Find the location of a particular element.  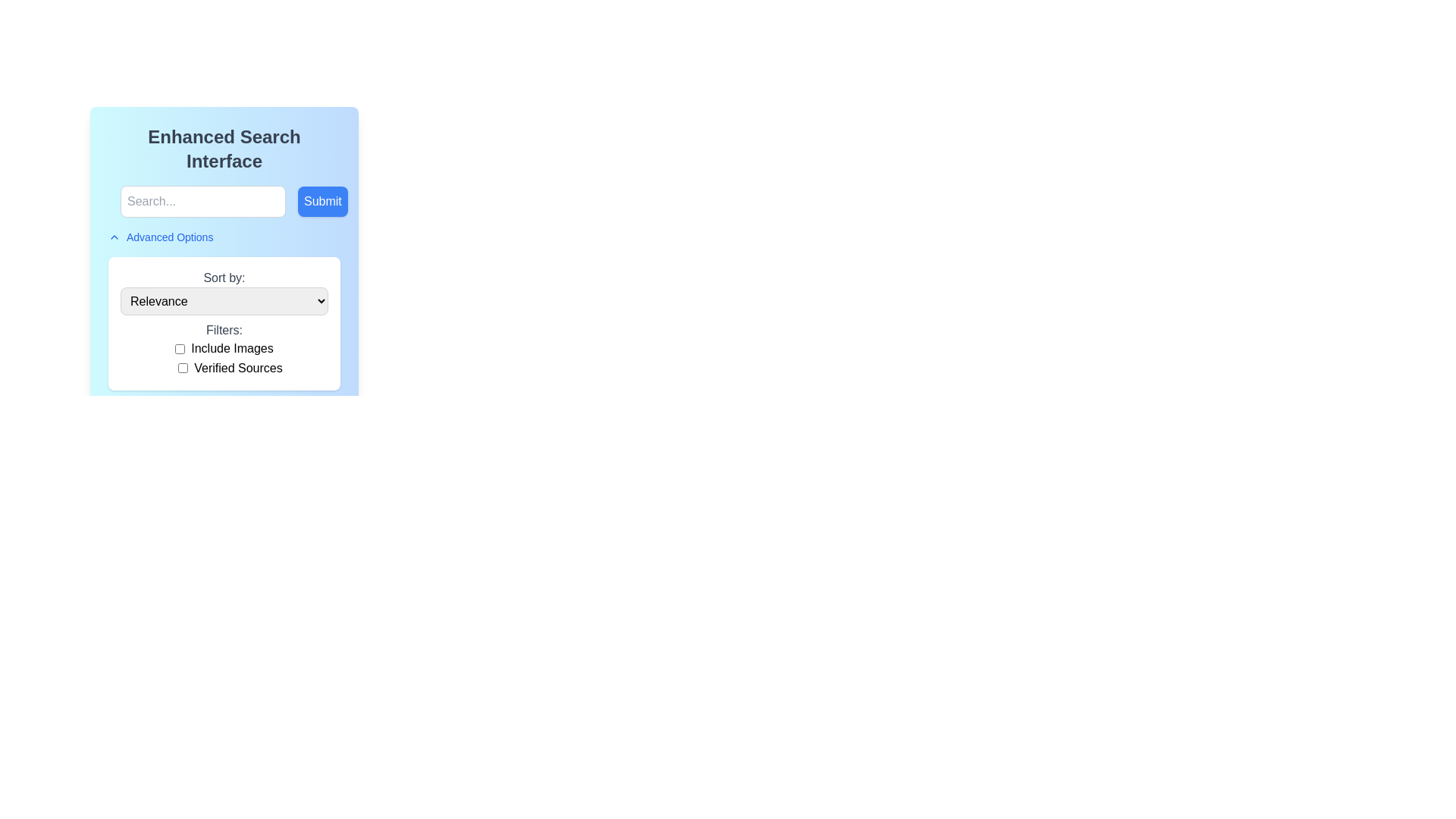

the small upward-pointing chevron icon with a blue outline located to the left of the text 'Advanced Options' is located at coordinates (113, 237).